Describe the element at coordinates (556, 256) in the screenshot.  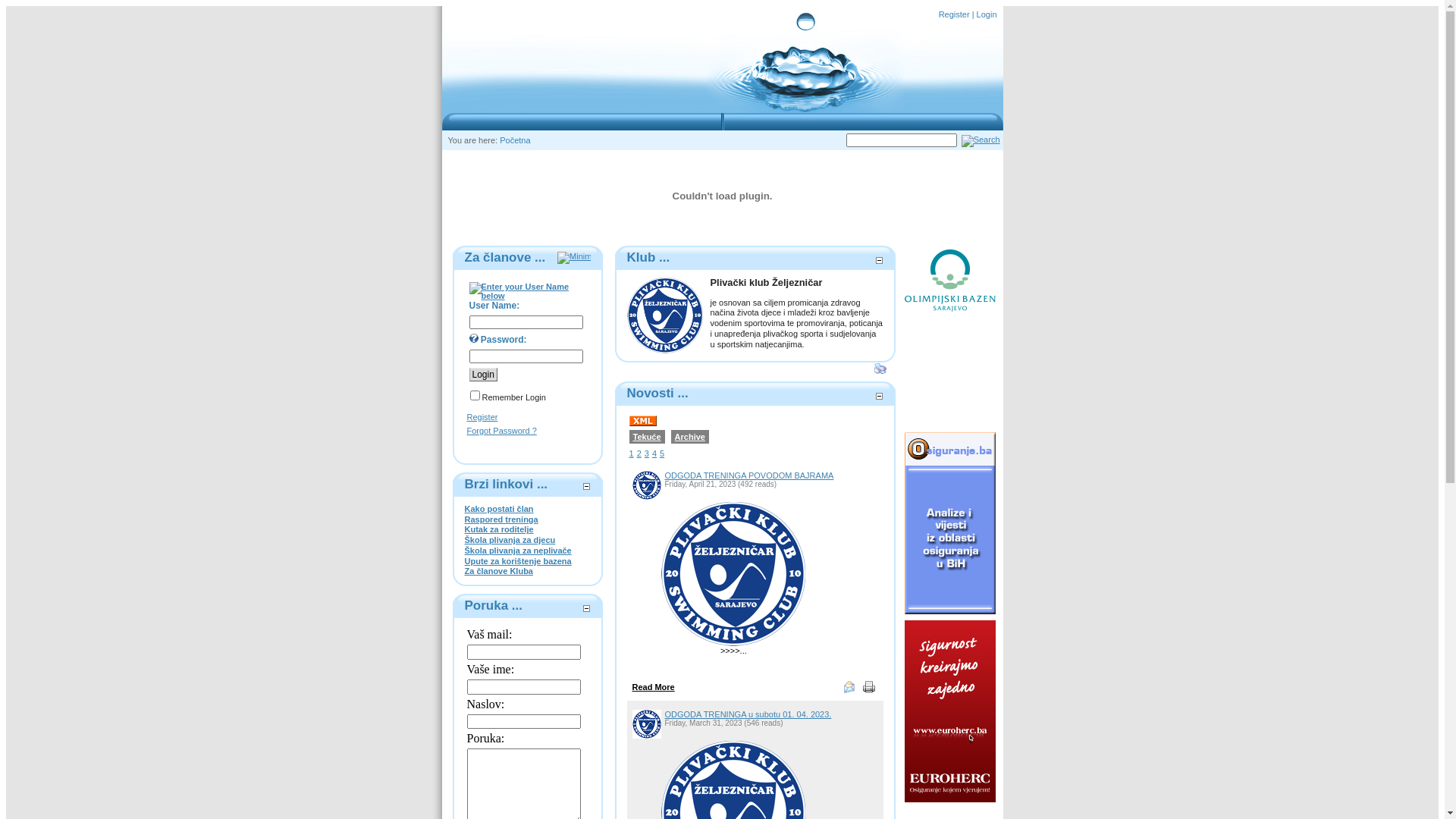
I see `'Minimize'` at that location.